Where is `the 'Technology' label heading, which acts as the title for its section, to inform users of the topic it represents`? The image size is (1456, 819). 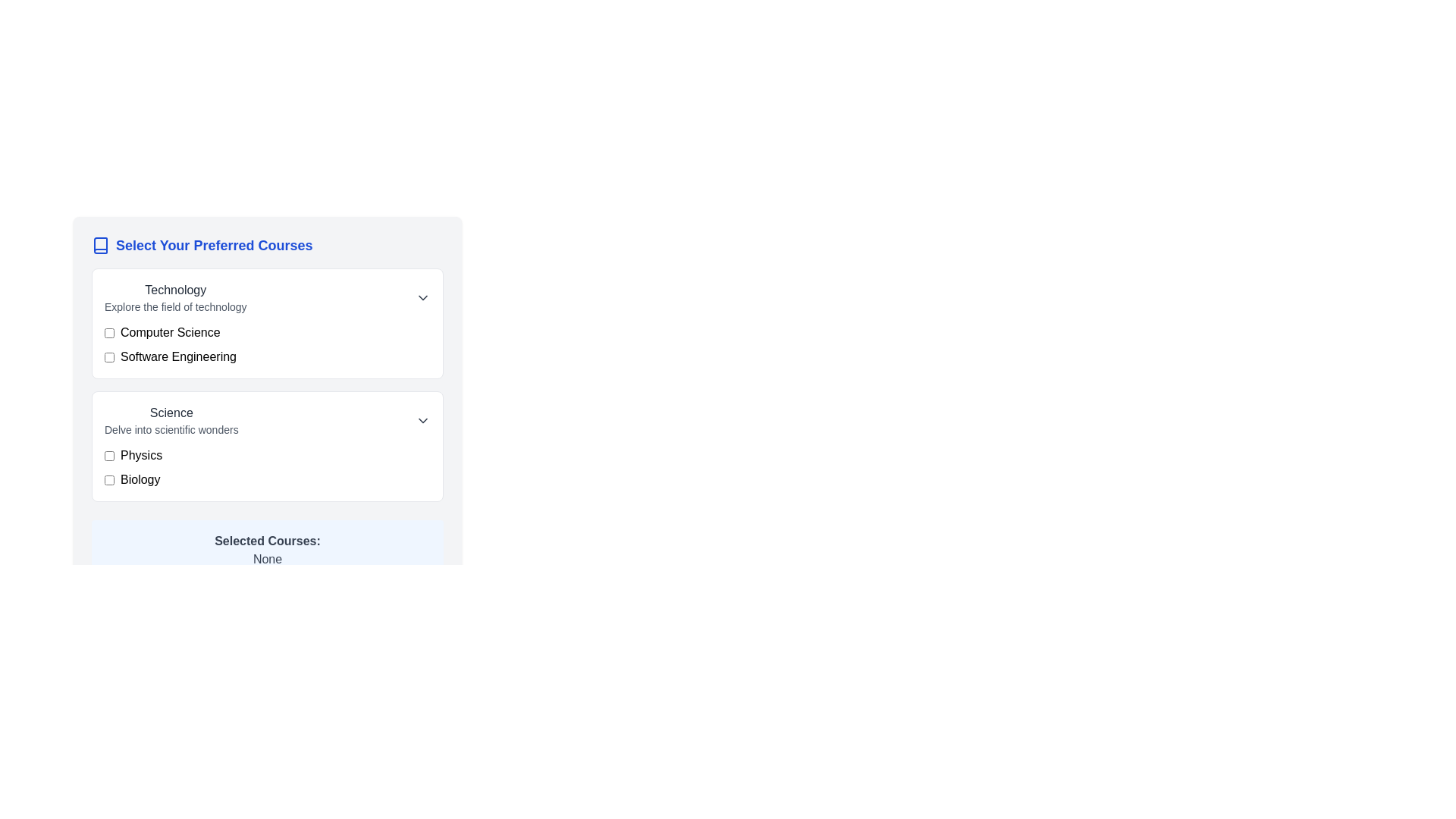 the 'Technology' label heading, which acts as the title for its section, to inform users of the topic it represents is located at coordinates (175, 290).